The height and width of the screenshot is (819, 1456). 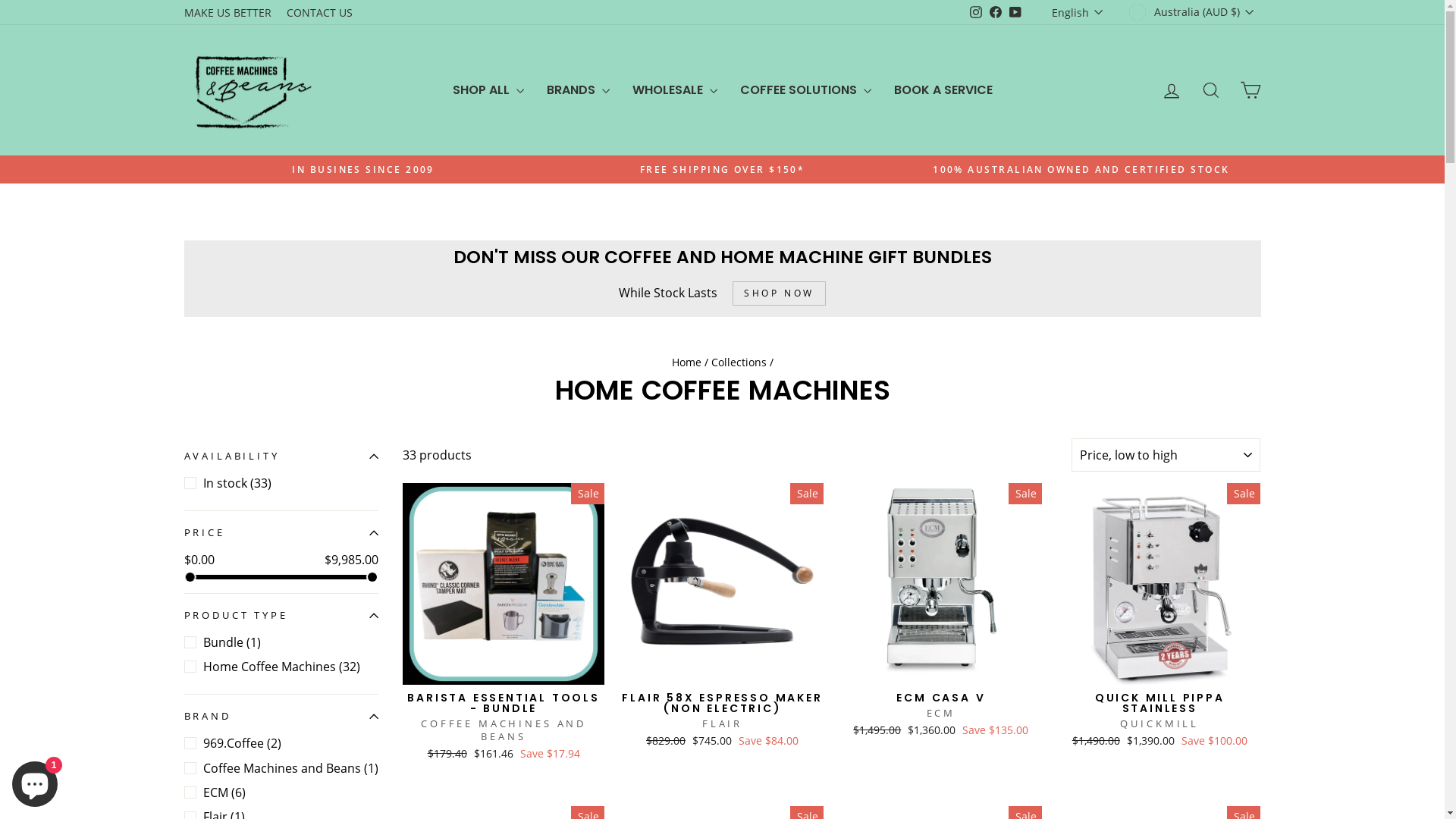 What do you see at coordinates (996, 12) in the screenshot?
I see `'Facebook'` at bounding box center [996, 12].